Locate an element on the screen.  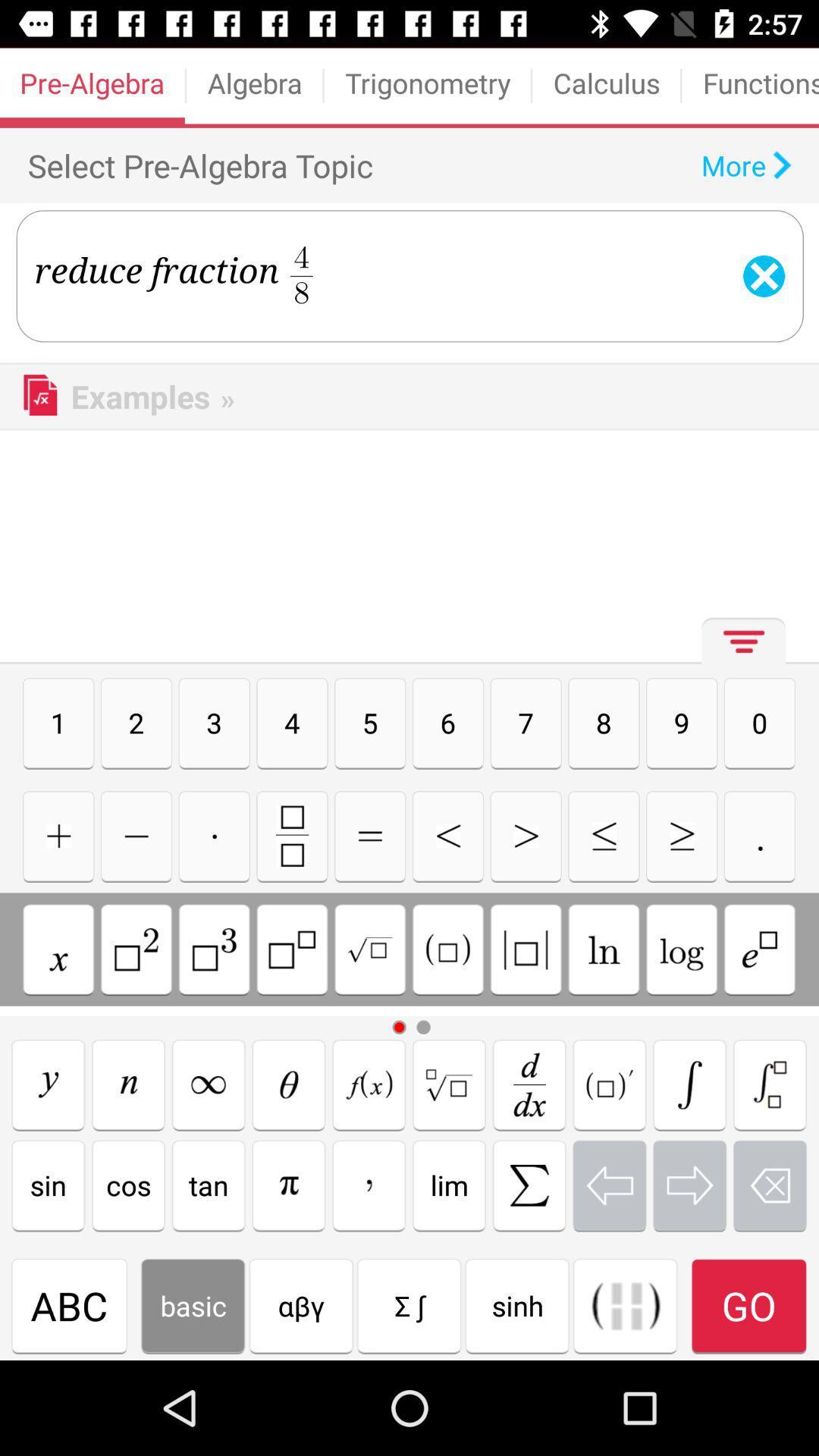
move selector back one space is located at coordinates (608, 1185).